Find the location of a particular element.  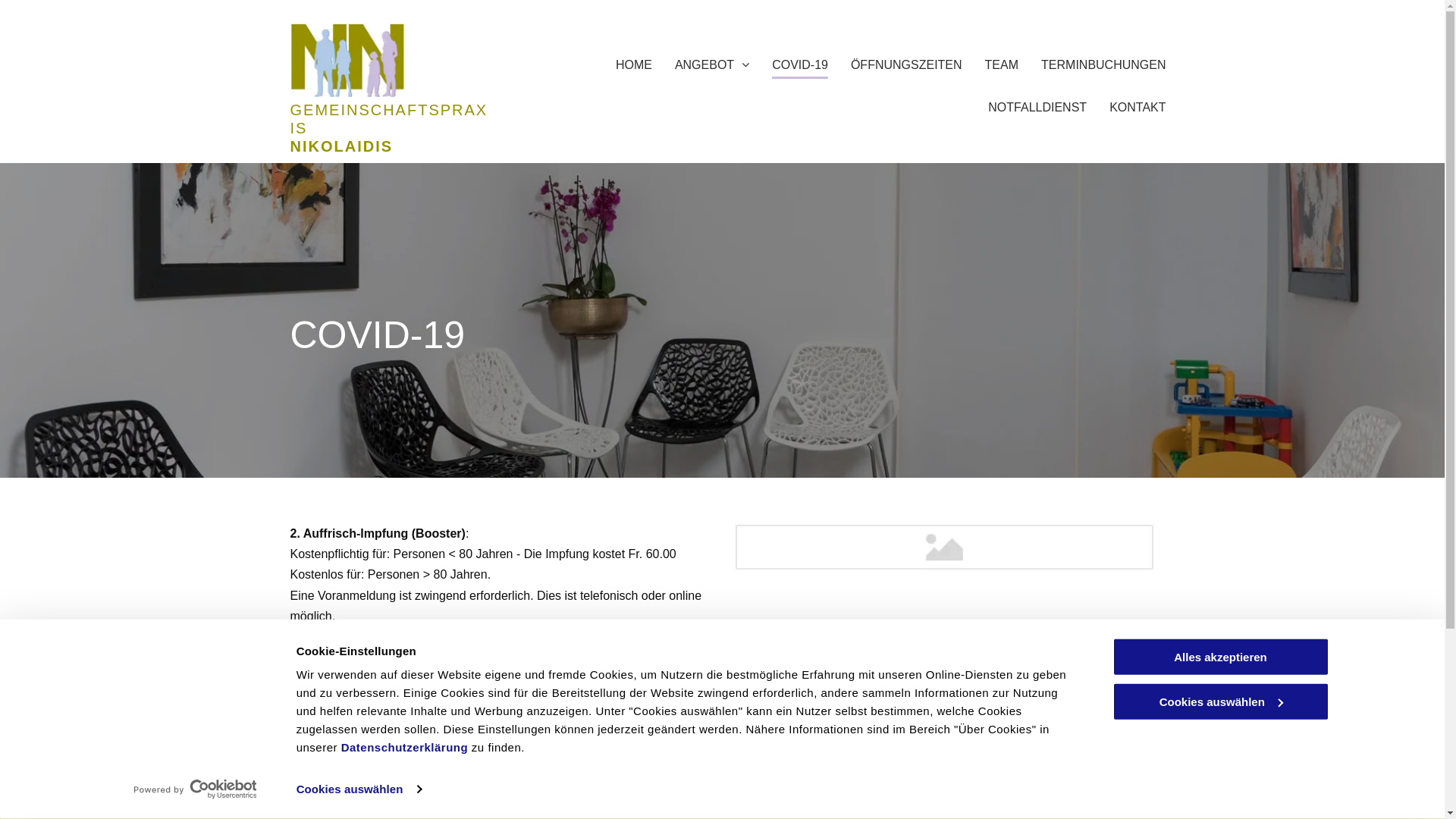

'NOTFALLDIENST' is located at coordinates (987, 102).